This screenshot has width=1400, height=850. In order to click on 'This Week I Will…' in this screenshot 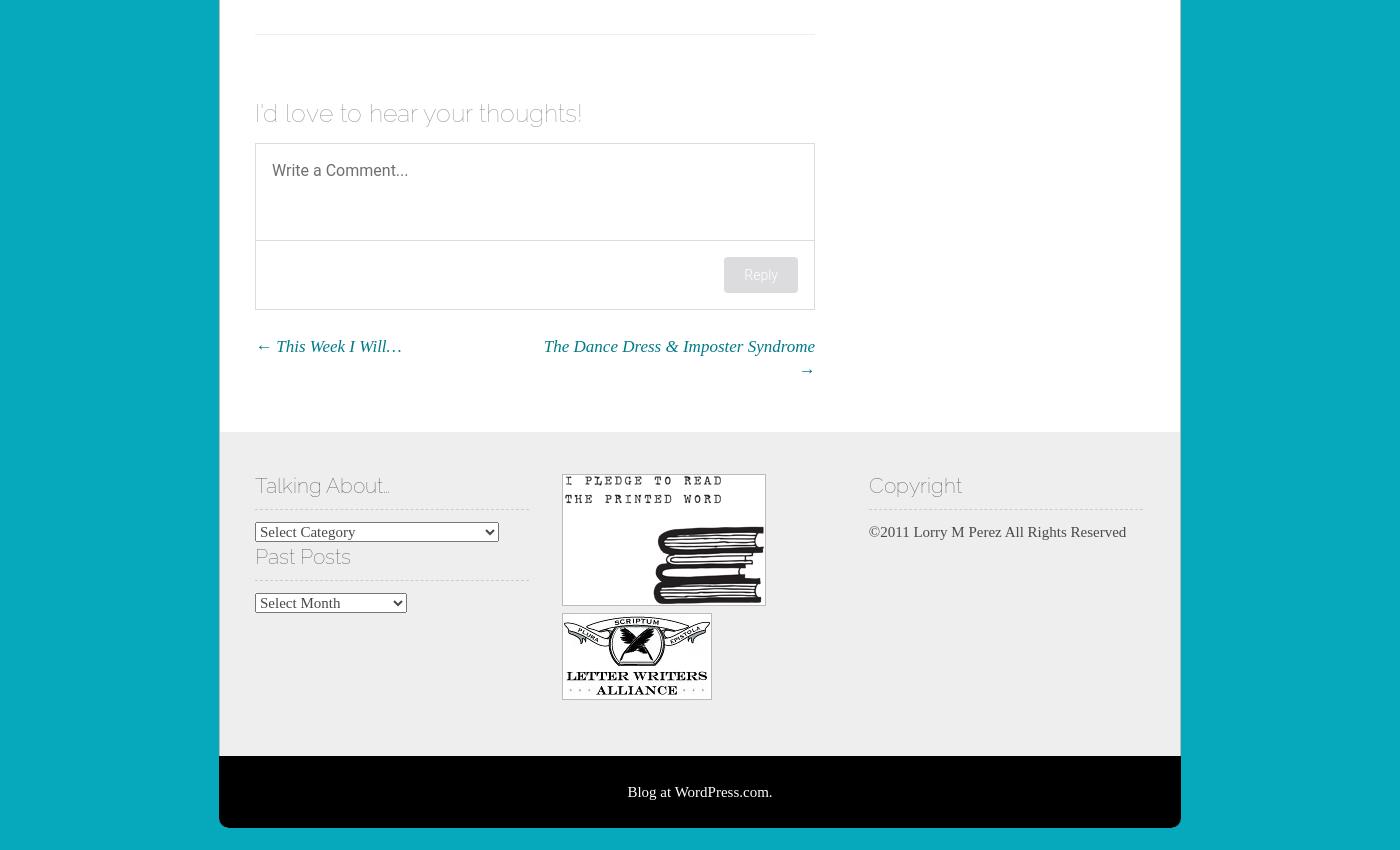, I will do `click(336, 344)`.